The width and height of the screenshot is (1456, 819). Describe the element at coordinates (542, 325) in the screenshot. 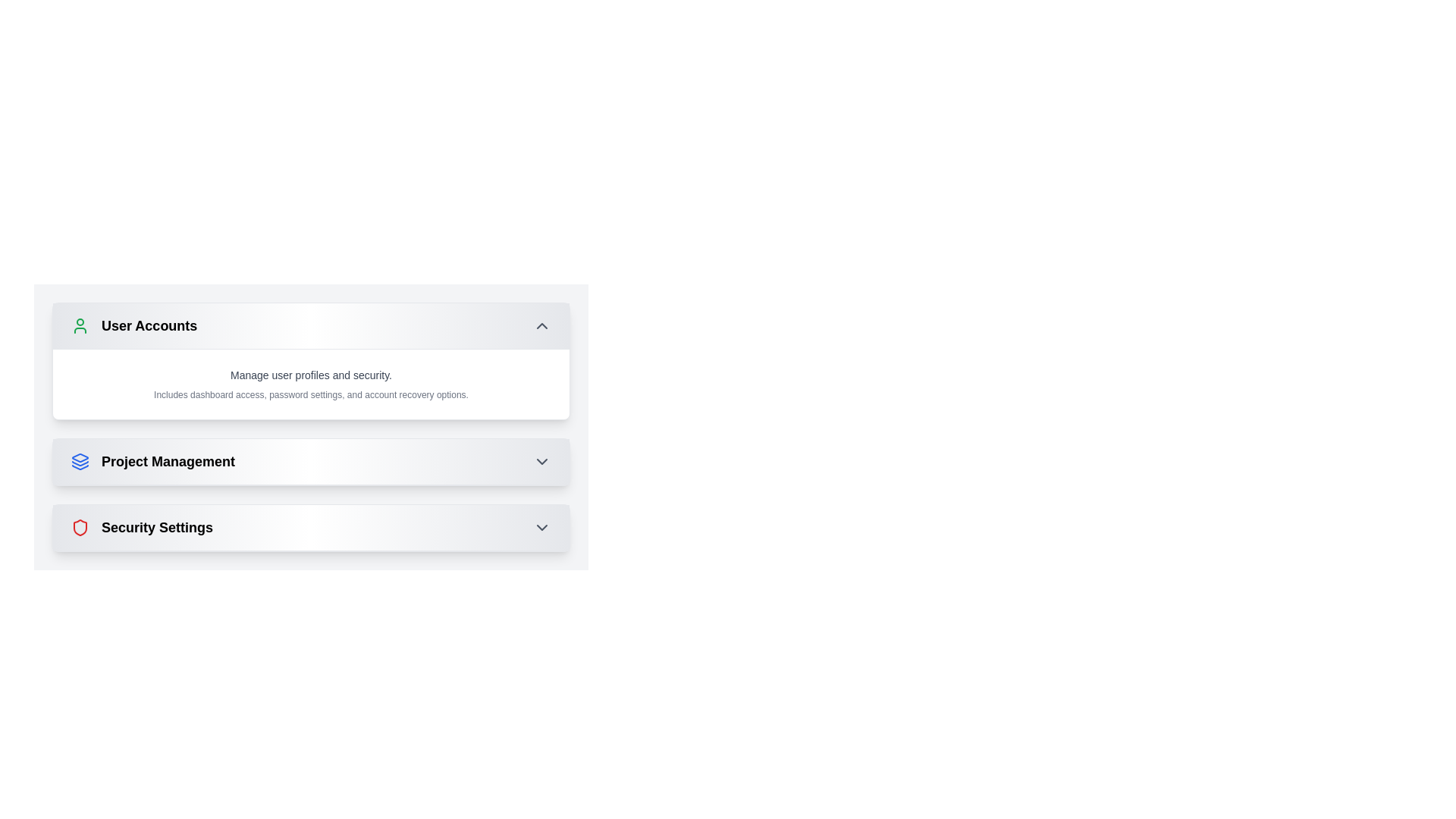

I see `the toggle button for the 'User Accounts' section` at that location.